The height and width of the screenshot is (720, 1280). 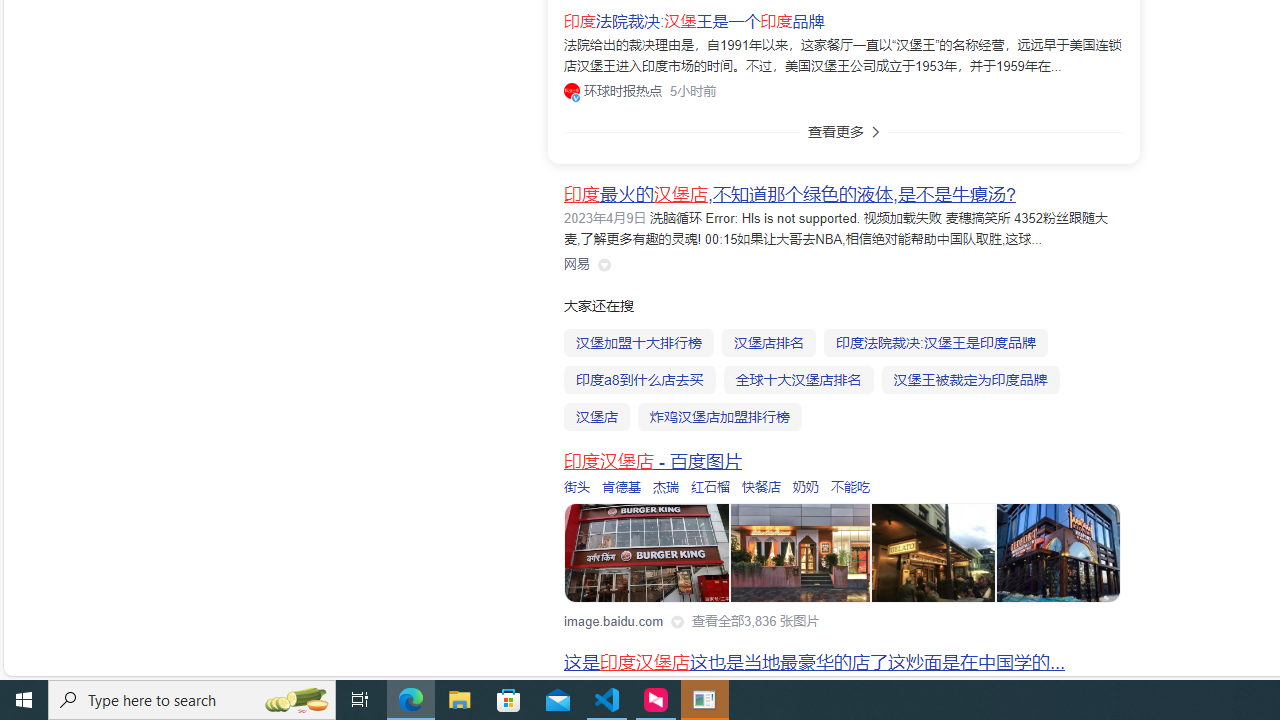 What do you see at coordinates (576, 263) in the screenshot?
I see `'Class: siteLink_9TPP3'` at bounding box center [576, 263].